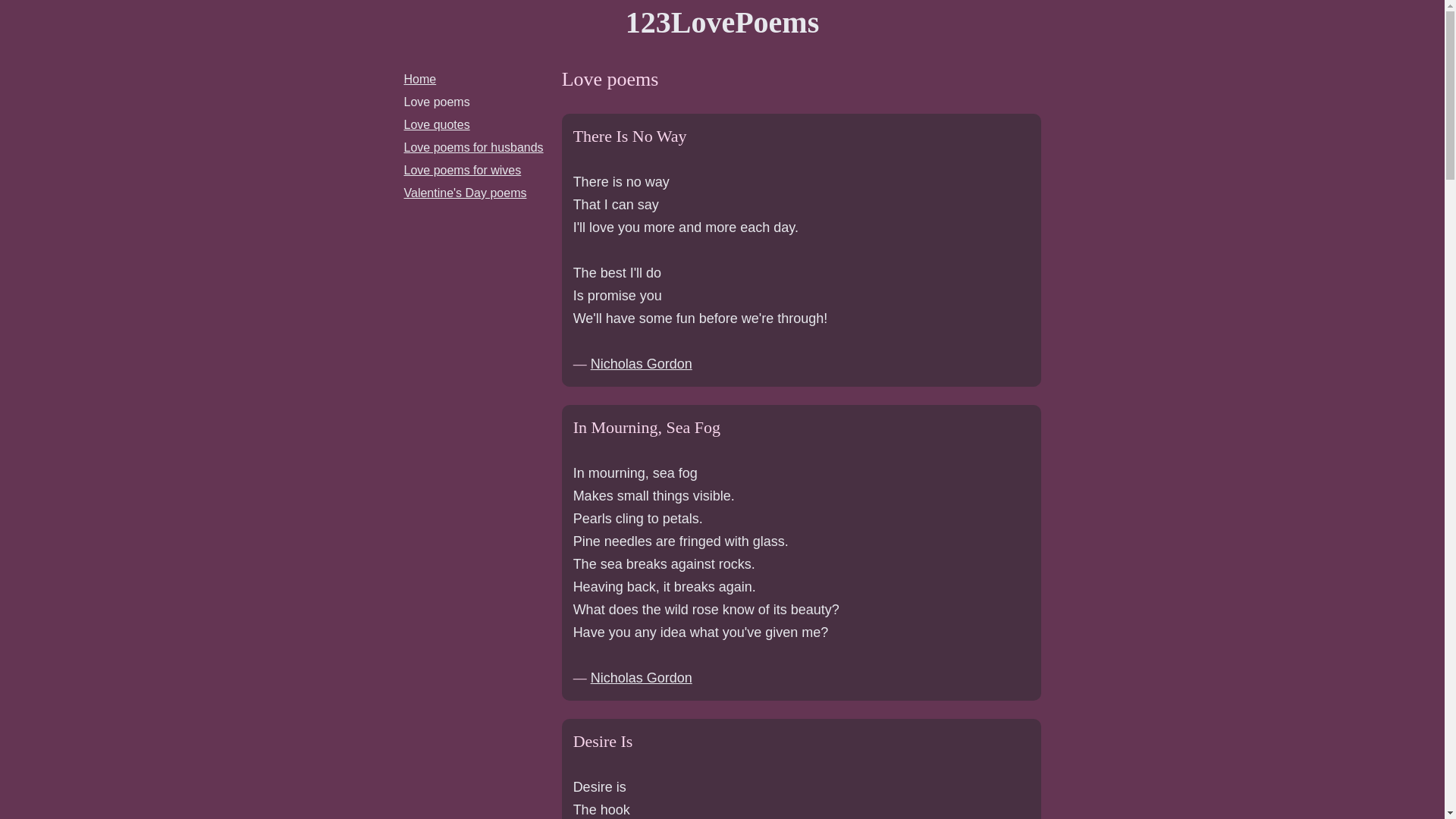 Image resolution: width=1456 pixels, height=819 pixels. Describe the element at coordinates (403, 192) in the screenshot. I see `'Valentine's Day poems'` at that location.